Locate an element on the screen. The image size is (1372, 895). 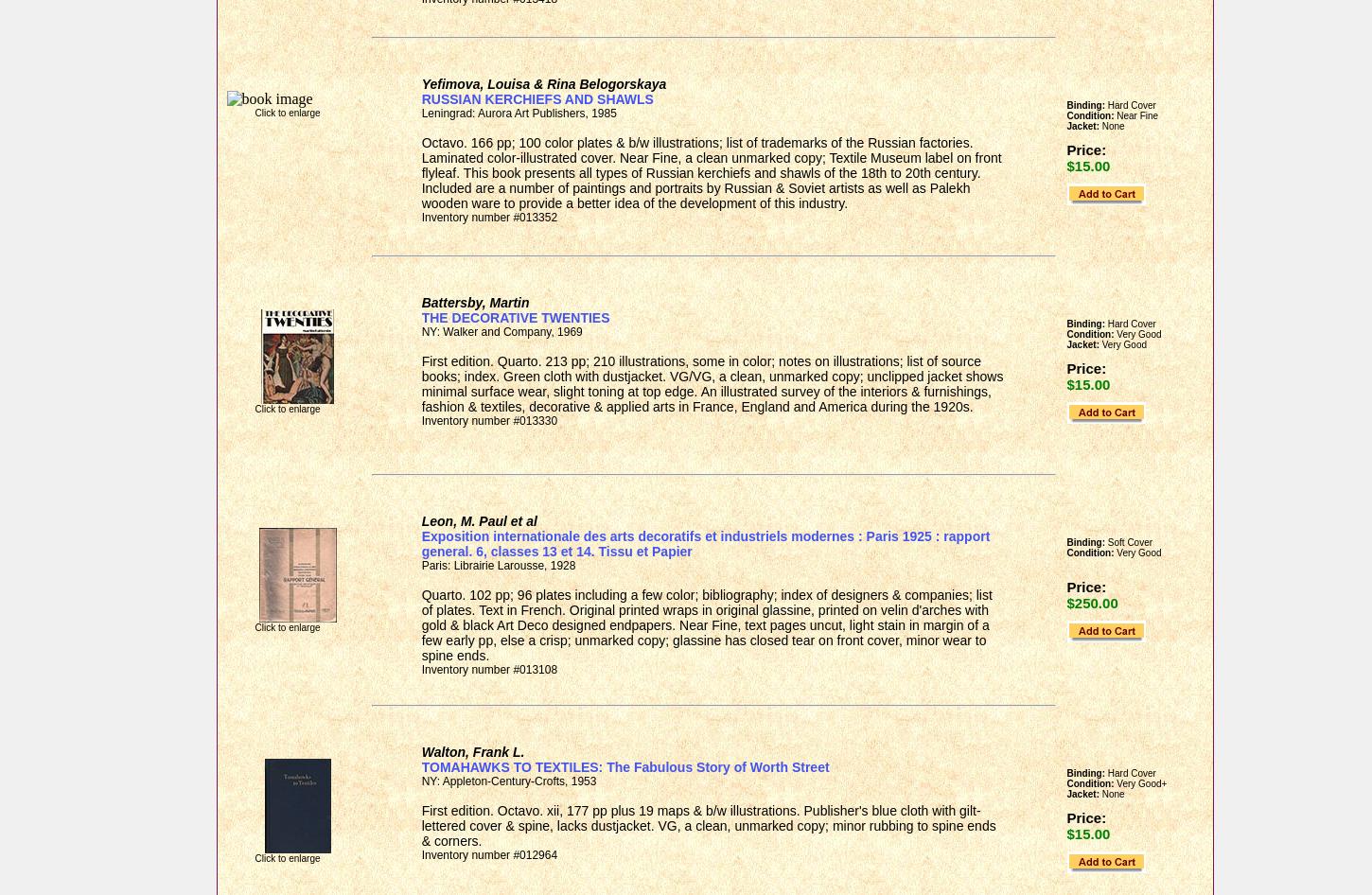
'Paris: Librairie Larousse, 1928' is located at coordinates (420, 564).